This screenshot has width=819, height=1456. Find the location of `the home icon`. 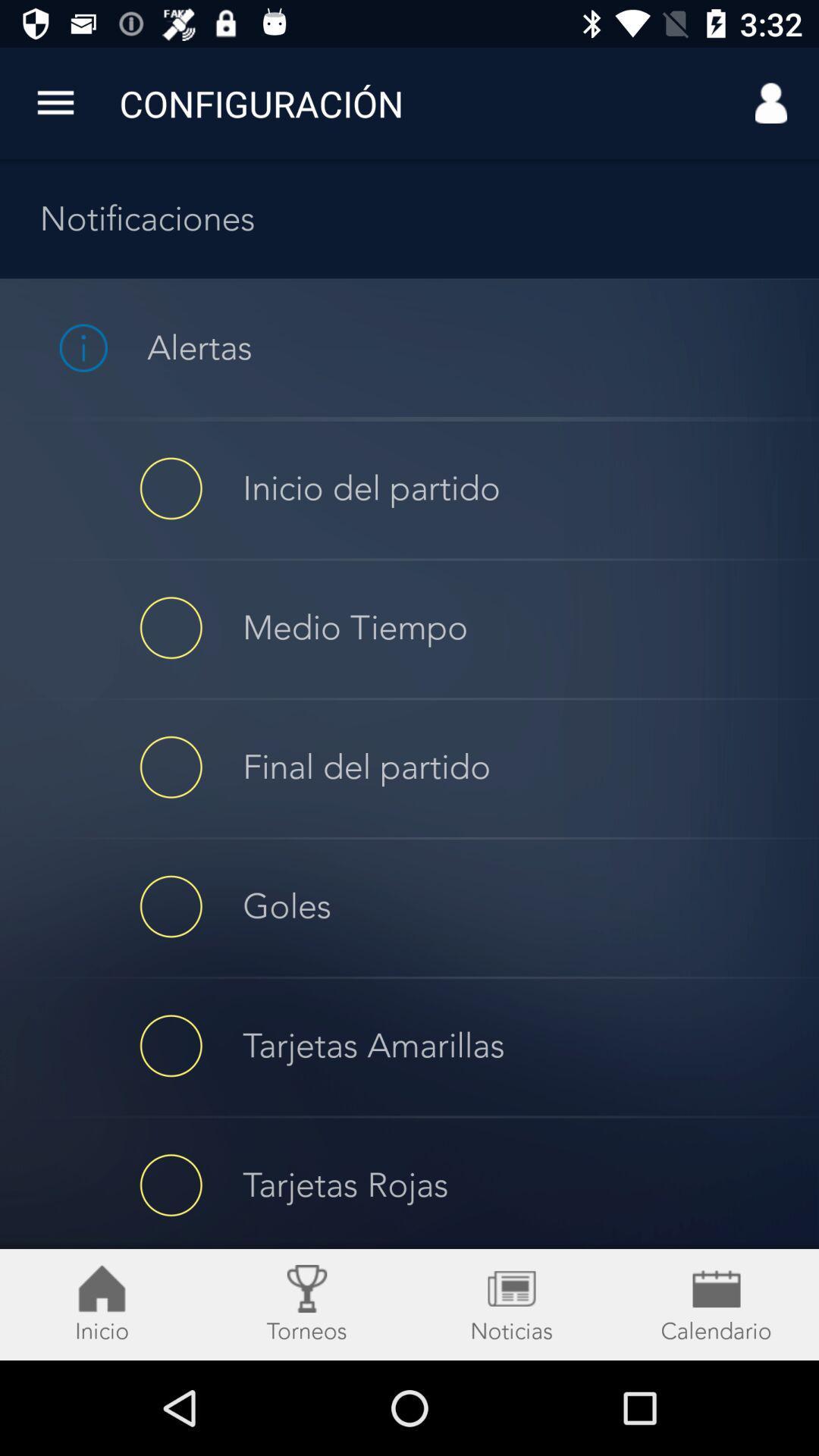

the home icon is located at coordinates (102, 1304).